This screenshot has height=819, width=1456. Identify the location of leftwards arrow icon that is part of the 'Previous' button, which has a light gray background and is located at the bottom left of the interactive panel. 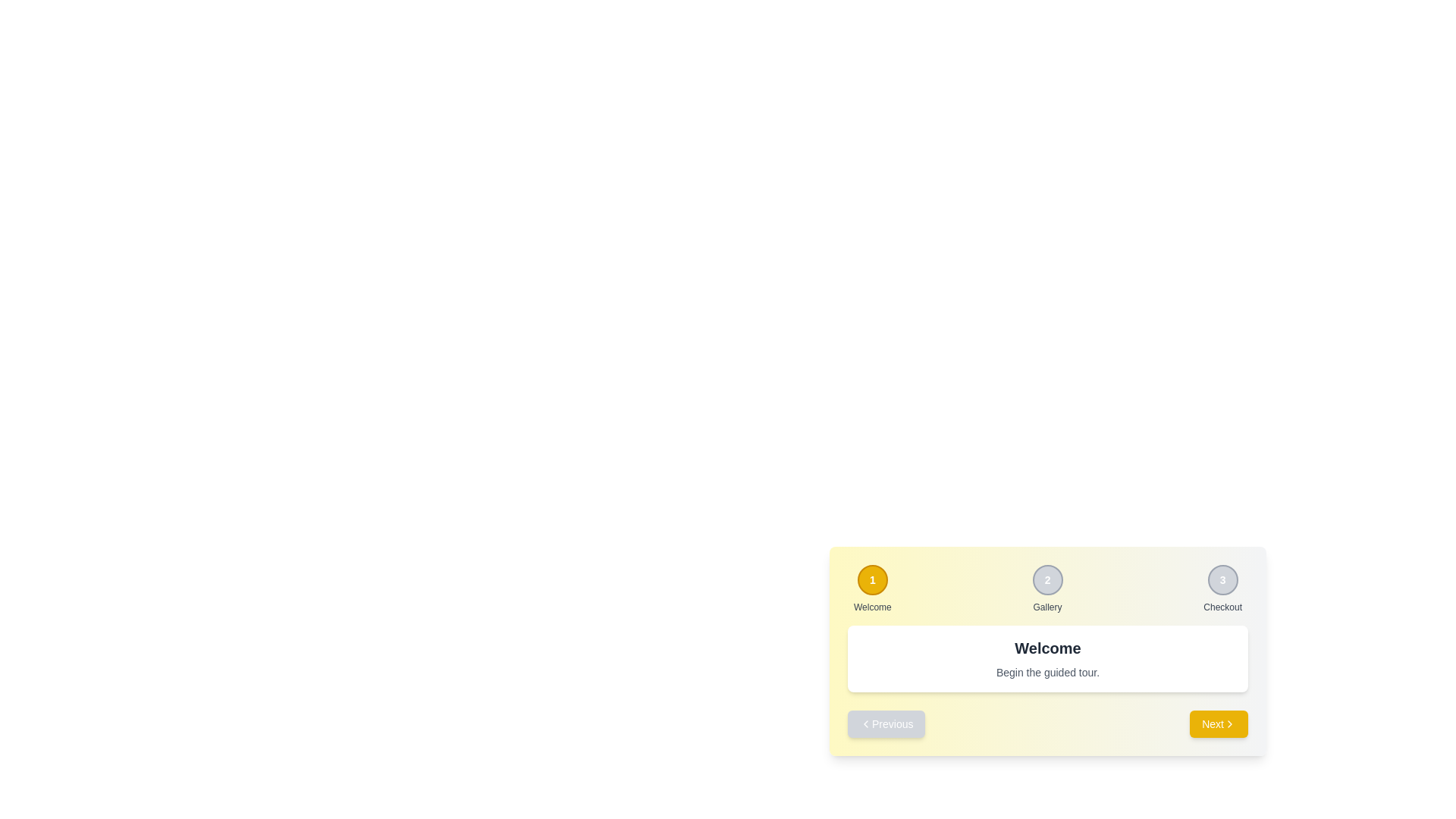
(866, 723).